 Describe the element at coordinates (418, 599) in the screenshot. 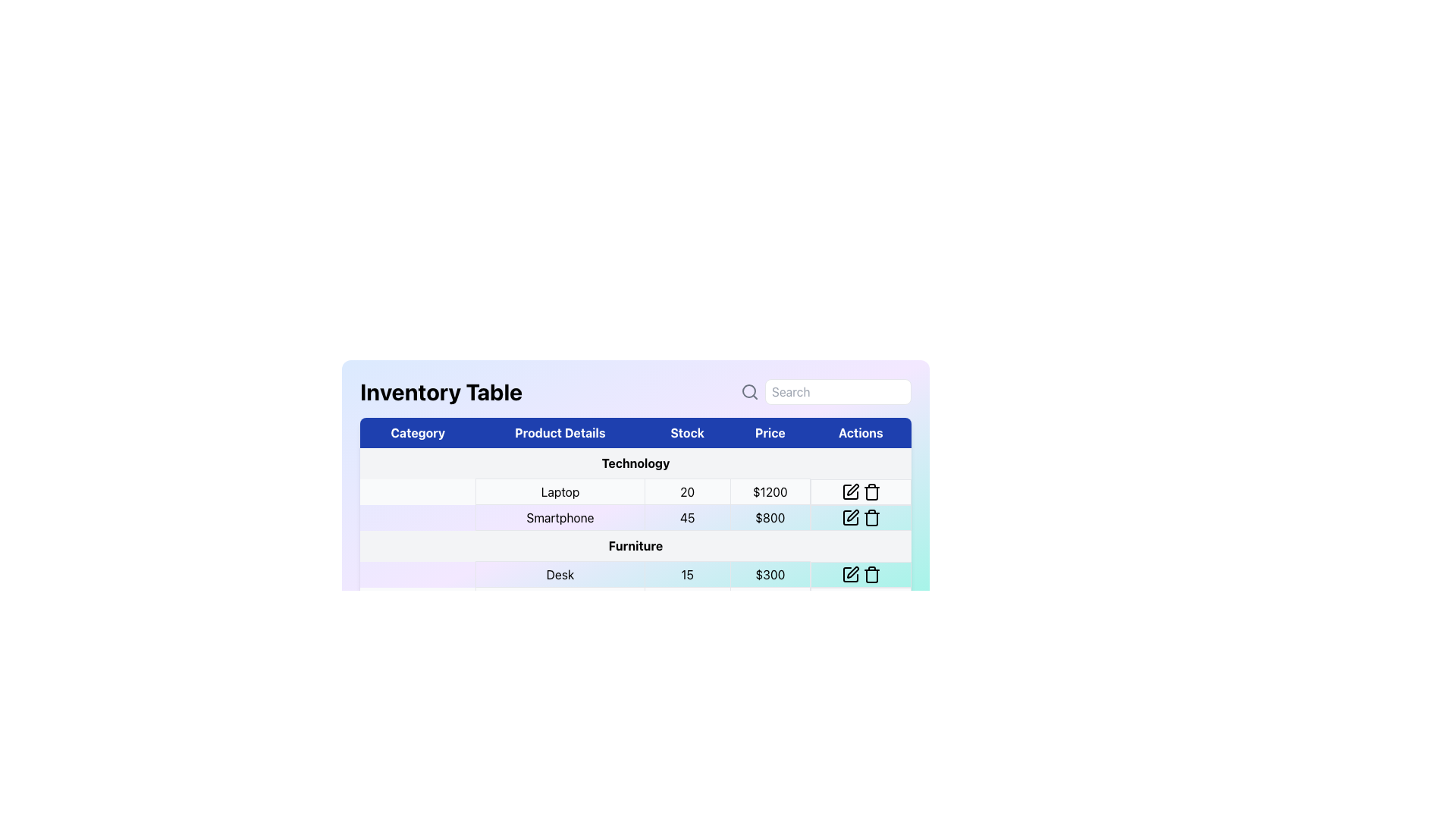

I see `the blank cell in the first column of the row containing 'Chair', which serves as a placeholder in the table layout` at that location.